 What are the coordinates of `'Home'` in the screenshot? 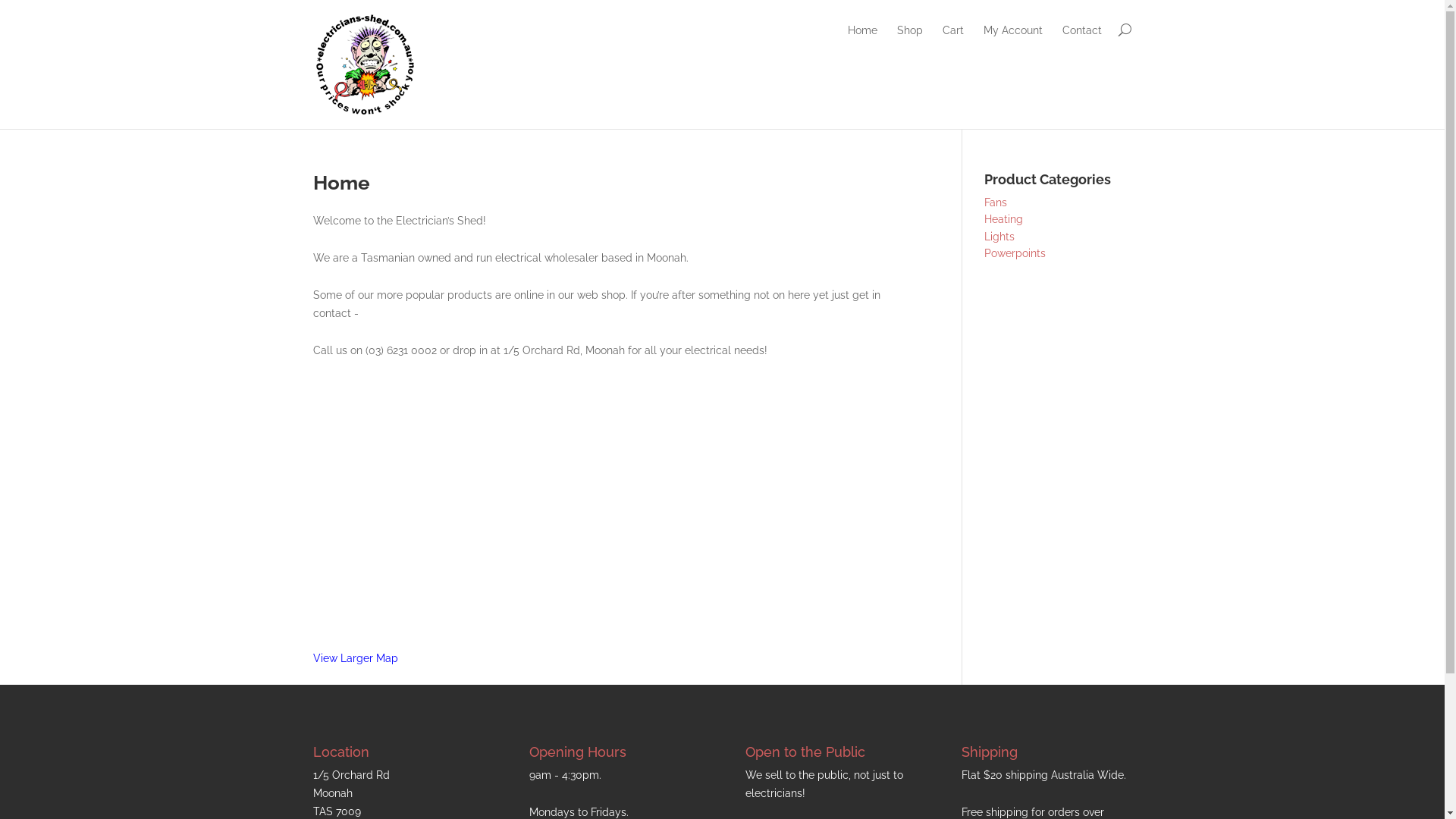 It's located at (862, 40).